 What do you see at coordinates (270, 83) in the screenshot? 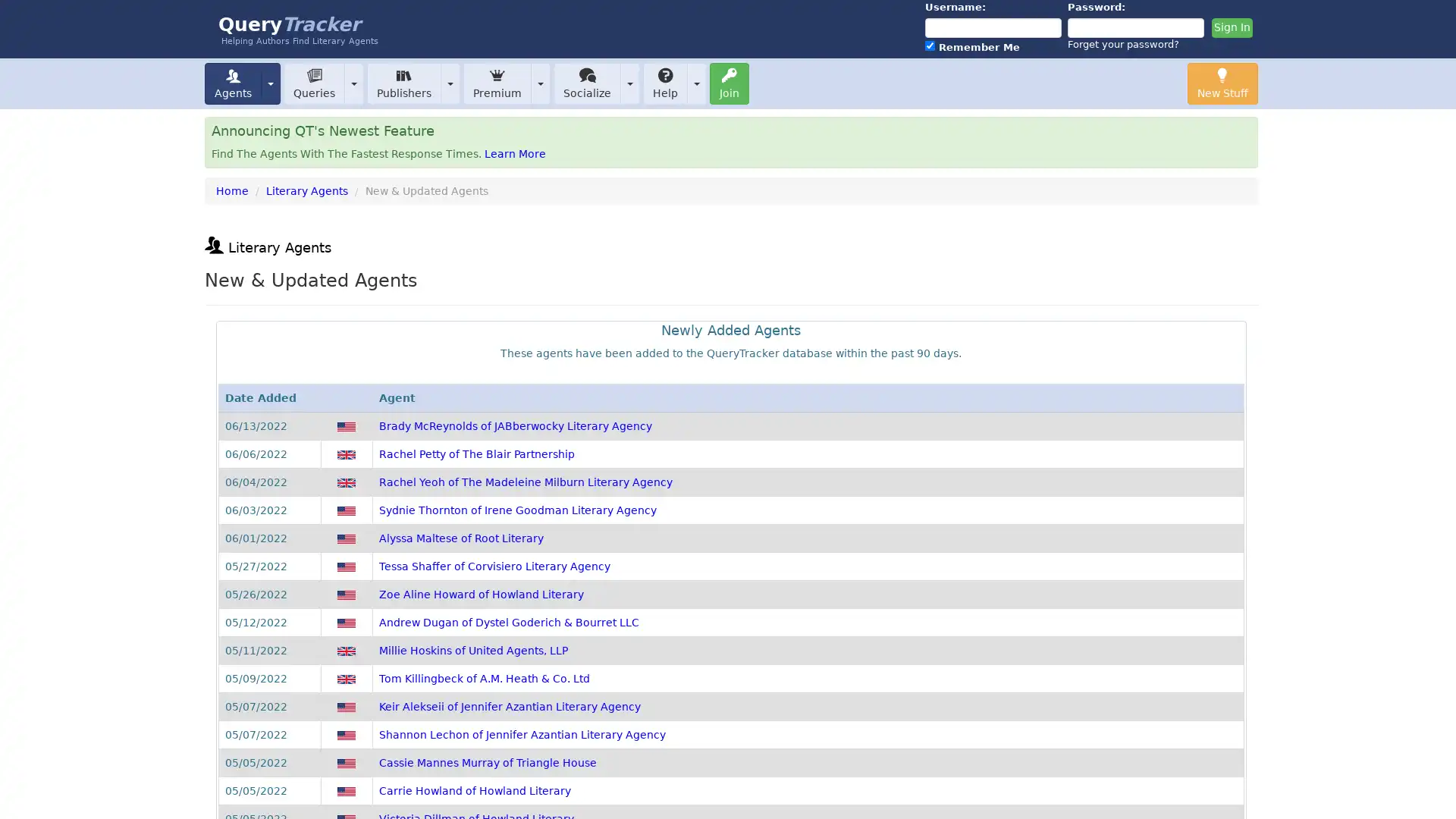
I see `Toggle Dropdown` at bounding box center [270, 83].